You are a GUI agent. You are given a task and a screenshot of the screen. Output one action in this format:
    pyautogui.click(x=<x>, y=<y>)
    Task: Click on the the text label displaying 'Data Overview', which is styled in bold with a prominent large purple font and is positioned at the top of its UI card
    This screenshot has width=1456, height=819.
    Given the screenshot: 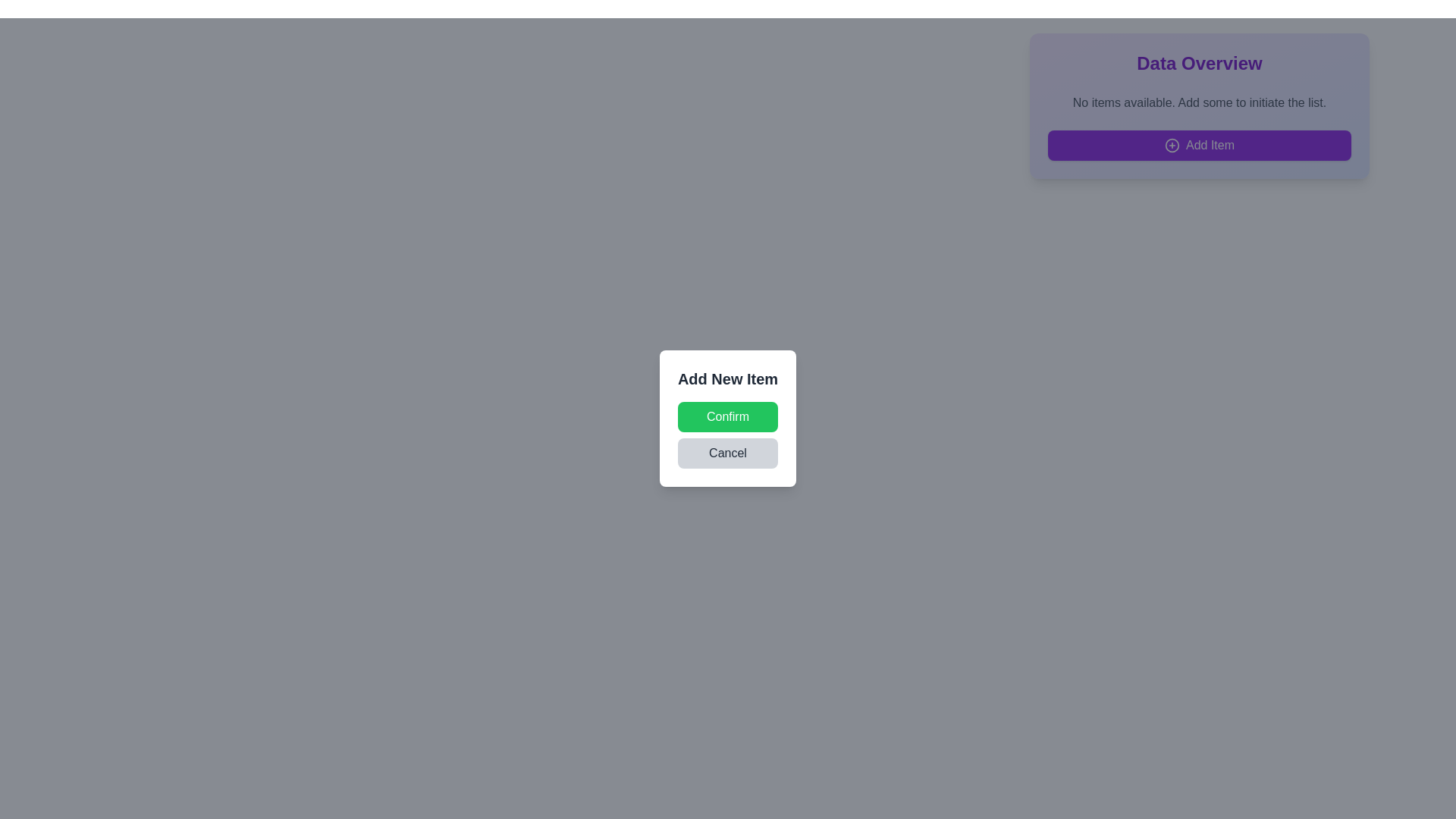 What is the action you would take?
    pyautogui.click(x=1199, y=63)
    